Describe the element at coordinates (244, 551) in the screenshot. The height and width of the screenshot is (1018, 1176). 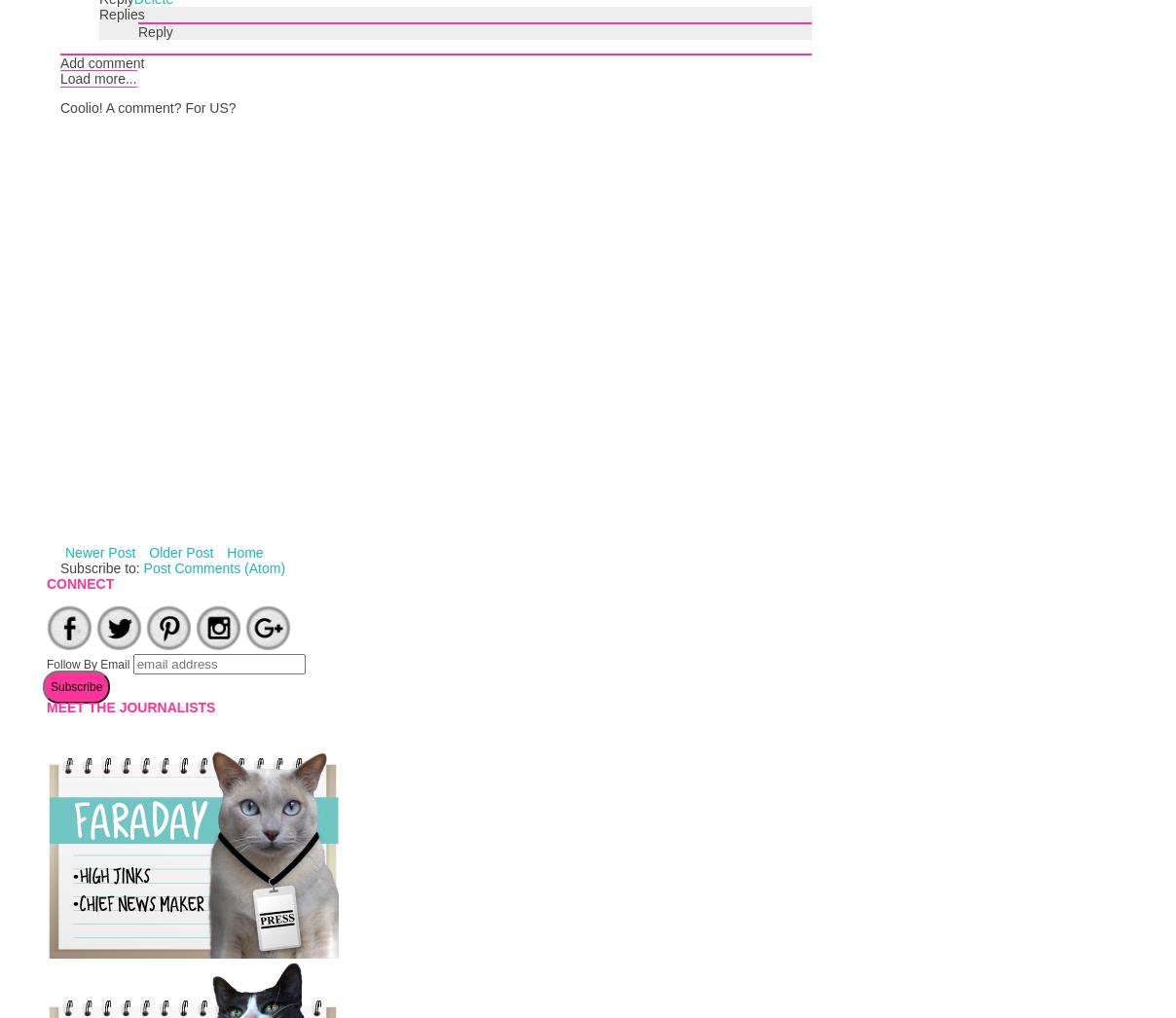
I see `'Home'` at that location.